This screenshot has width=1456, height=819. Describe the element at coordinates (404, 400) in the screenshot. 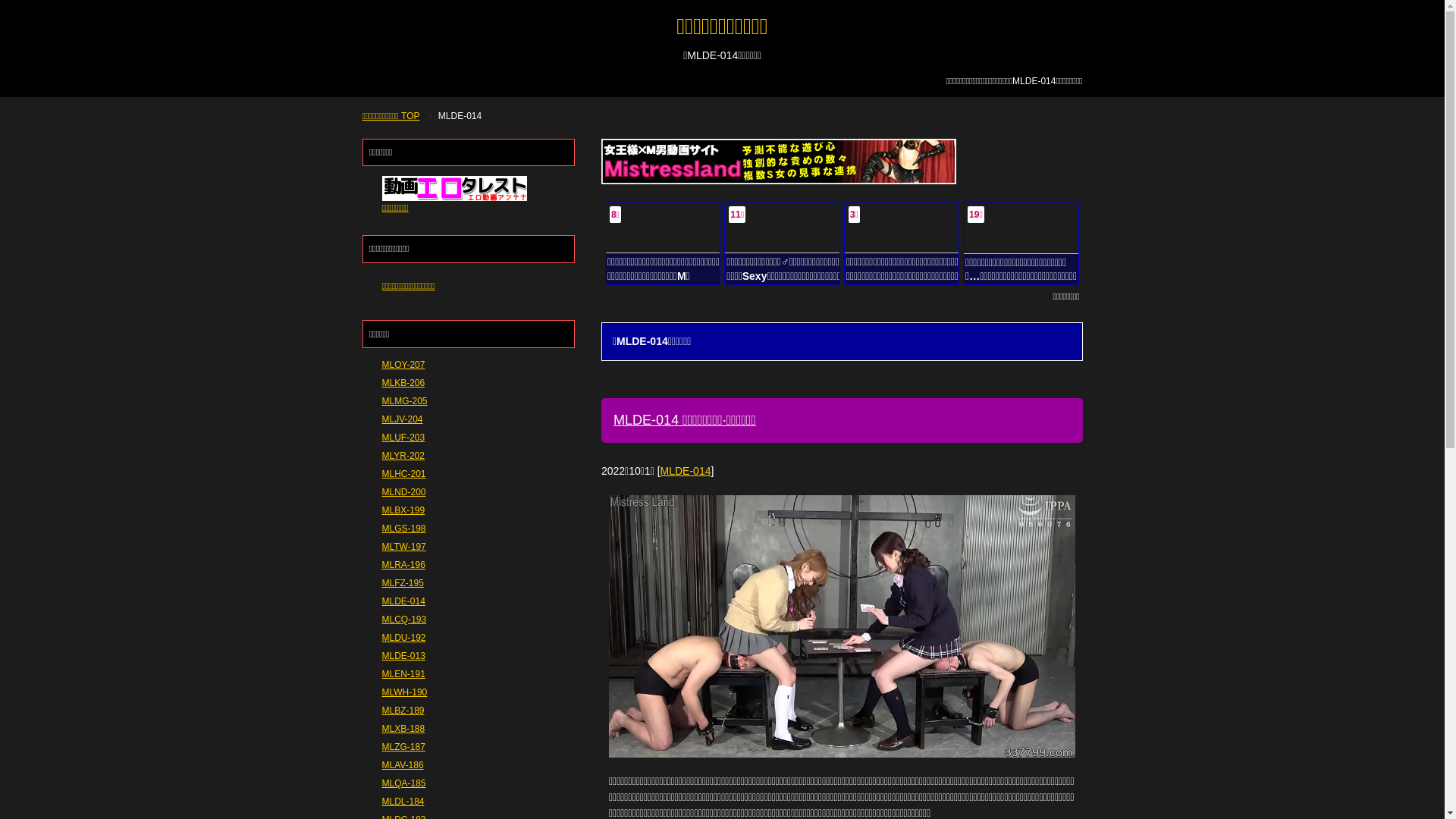

I see `'MLMG-205'` at that location.